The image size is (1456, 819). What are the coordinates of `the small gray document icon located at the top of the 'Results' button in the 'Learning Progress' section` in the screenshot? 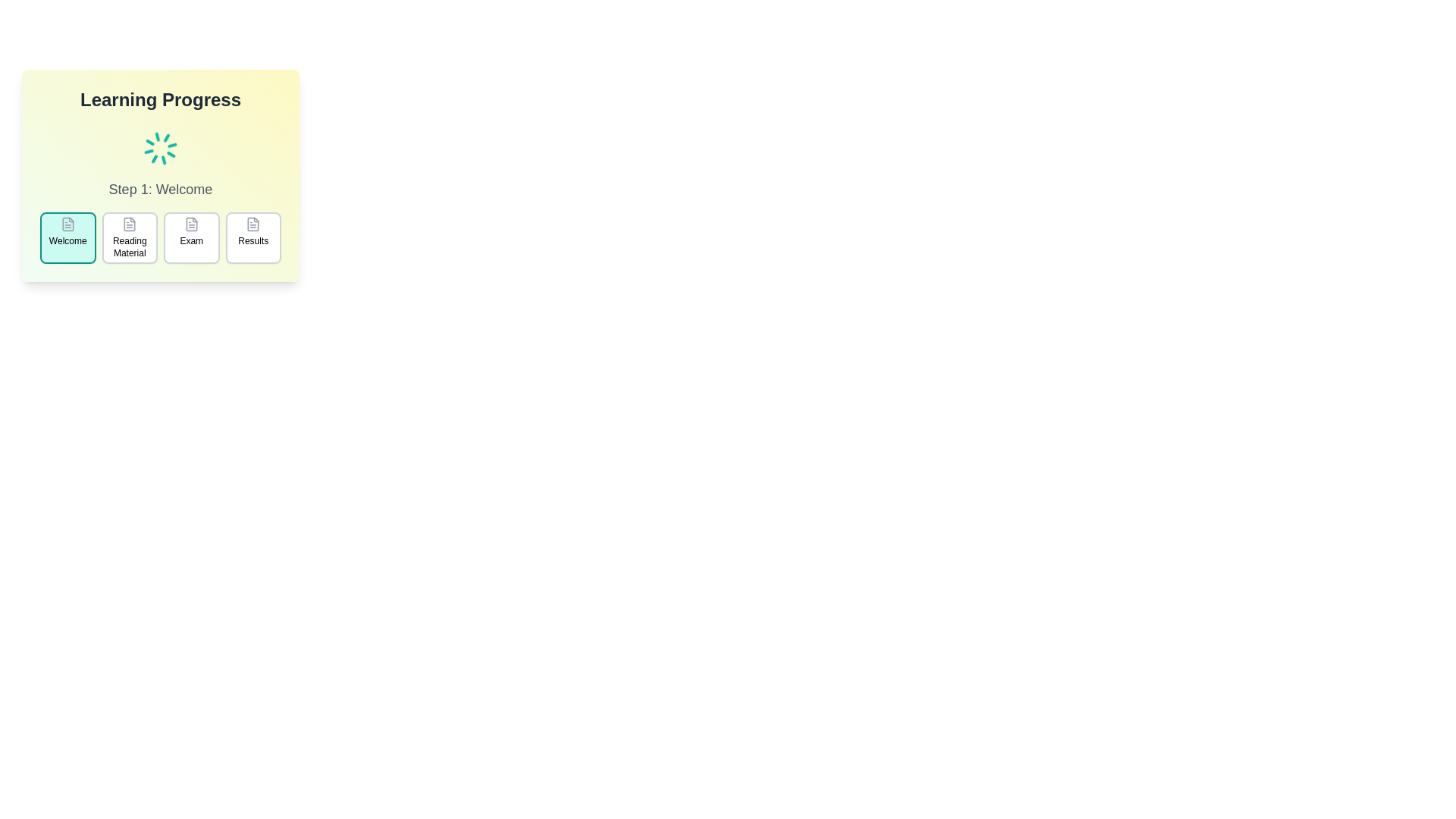 It's located at (253, 224).